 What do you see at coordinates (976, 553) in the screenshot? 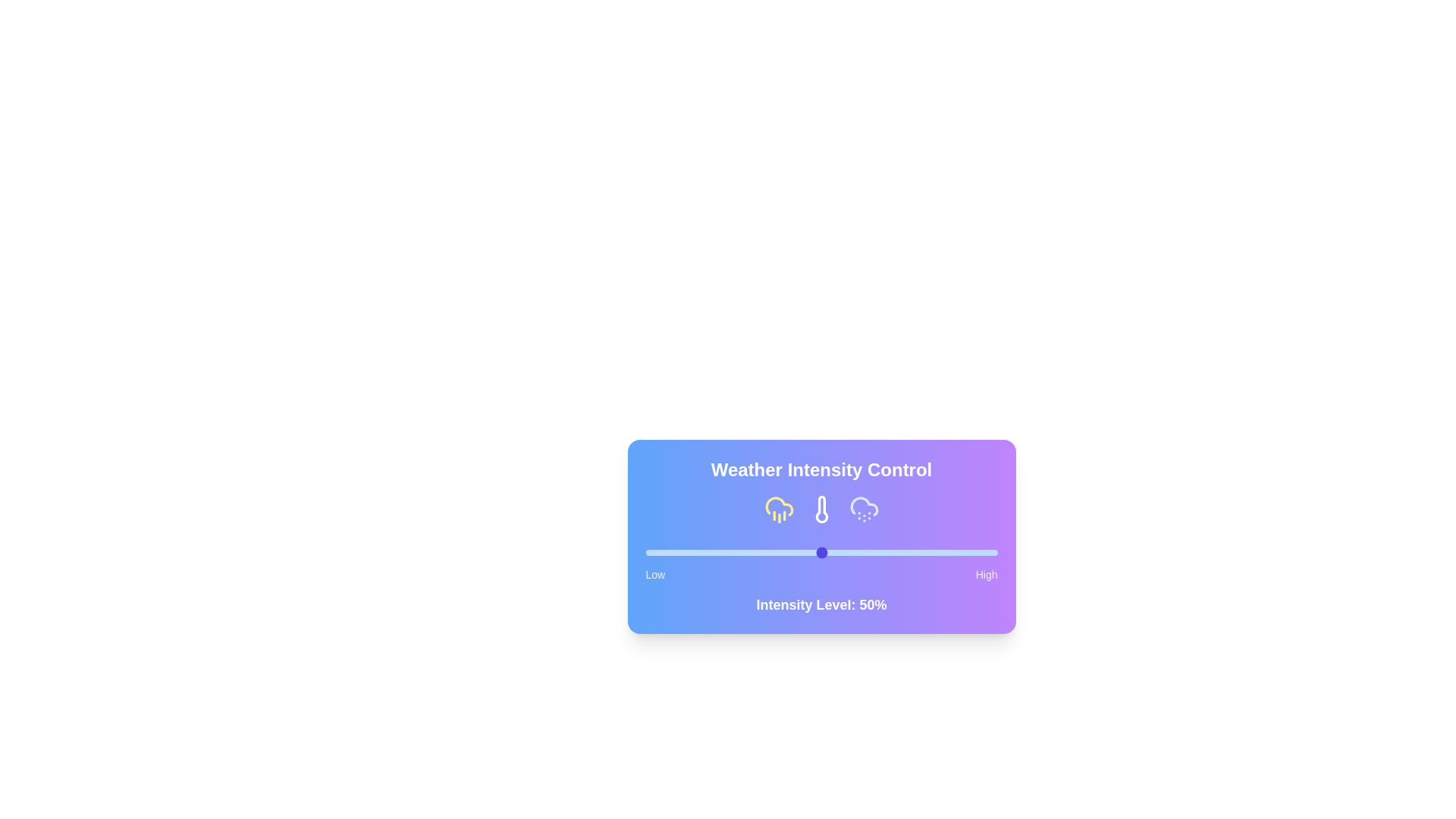
I see `the slider to set the intensity to 94%` at bounding box center [976, 553].